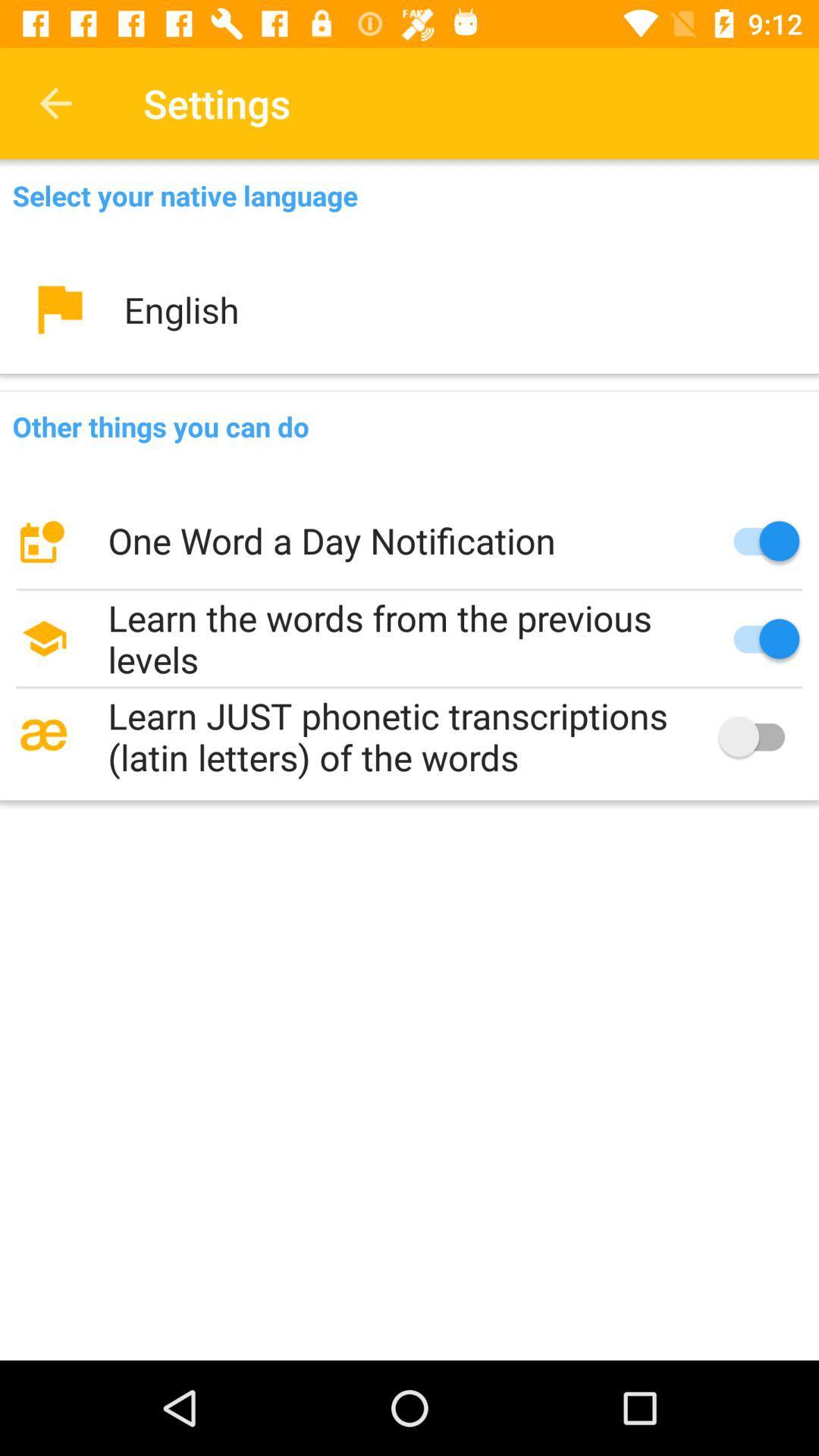  Describe the element at coordinates (409, 541) in the screenshot. I see `item below the other things you` at that location.